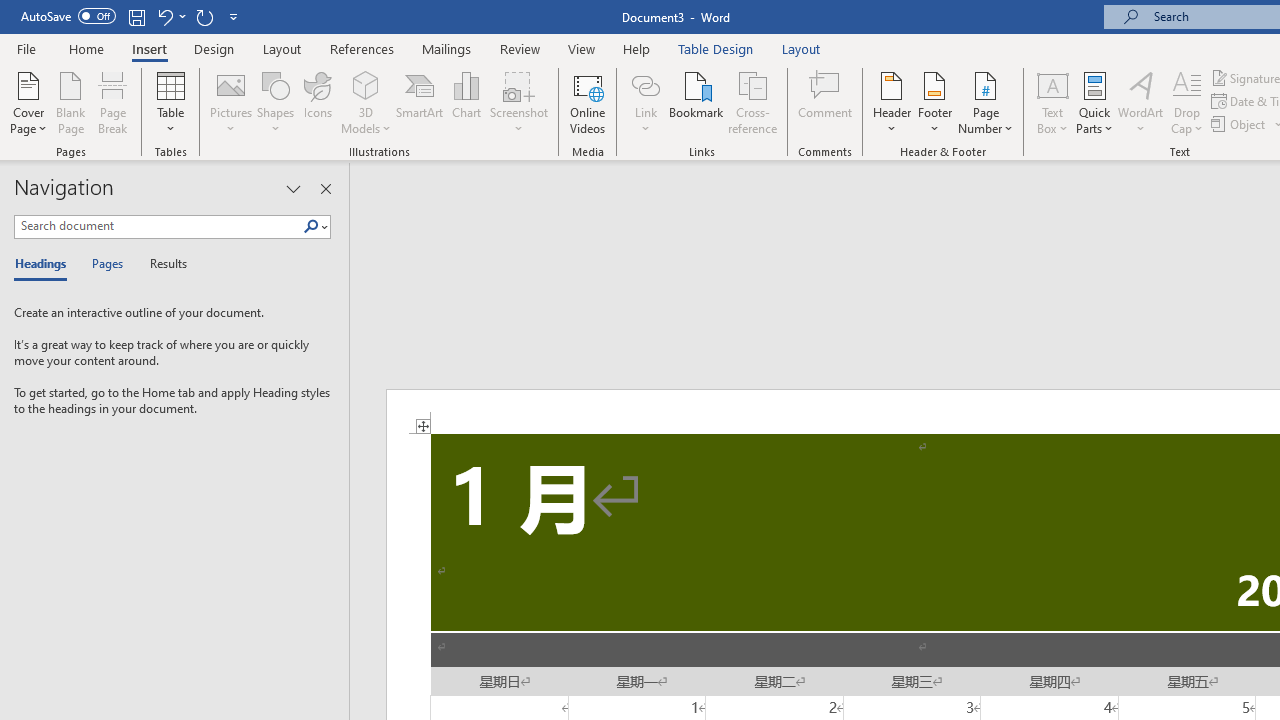  Describe the element at coordinates (446, 48) in the screenshot. I see `'Mailings'` at that location.